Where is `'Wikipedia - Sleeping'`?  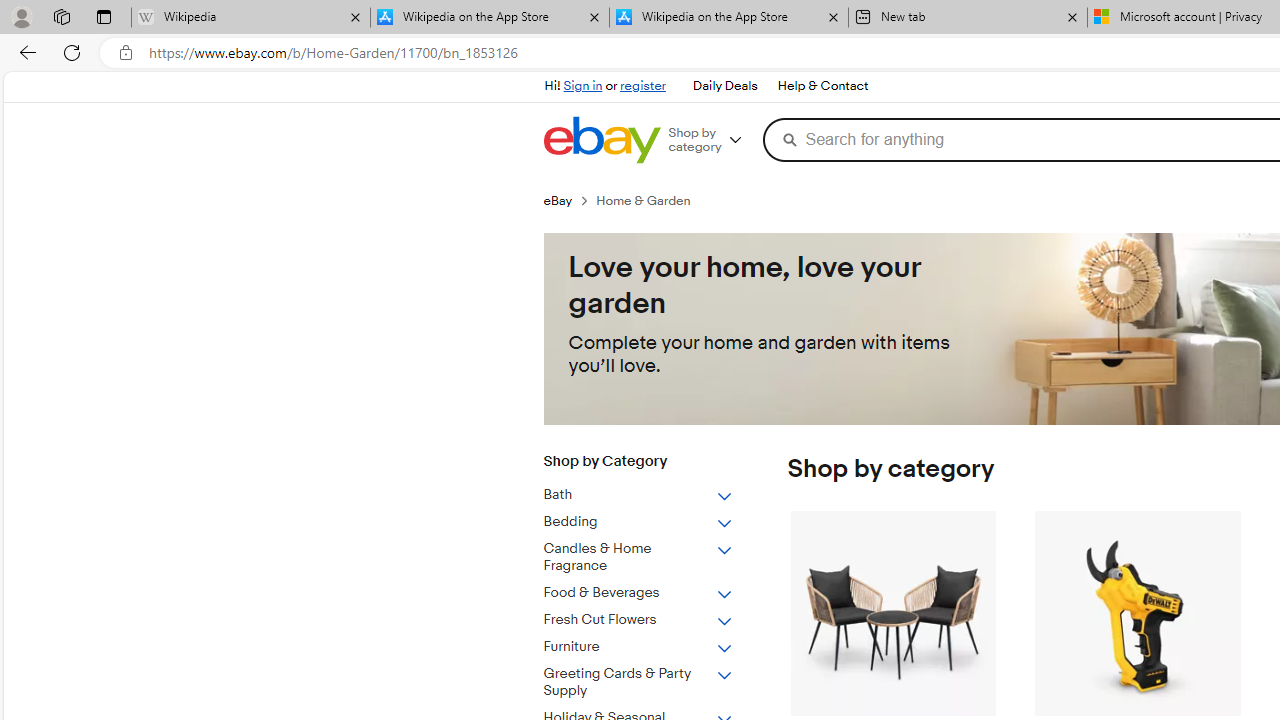 'Wikipedia - Sleeping' is located at coordinates (249, 17).